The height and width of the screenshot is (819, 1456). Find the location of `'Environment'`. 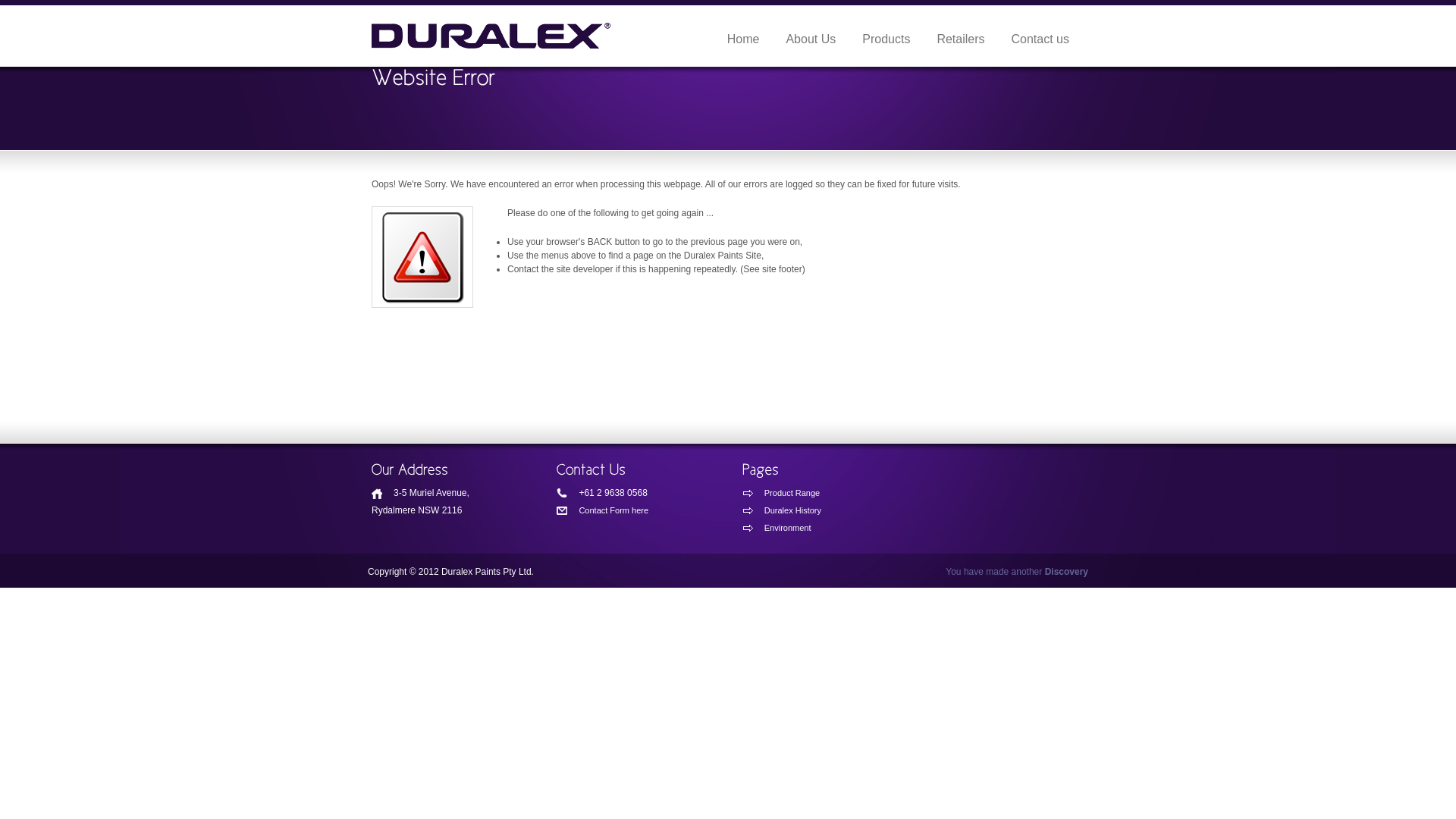

'Environment' is located at coordinates (805, 526).